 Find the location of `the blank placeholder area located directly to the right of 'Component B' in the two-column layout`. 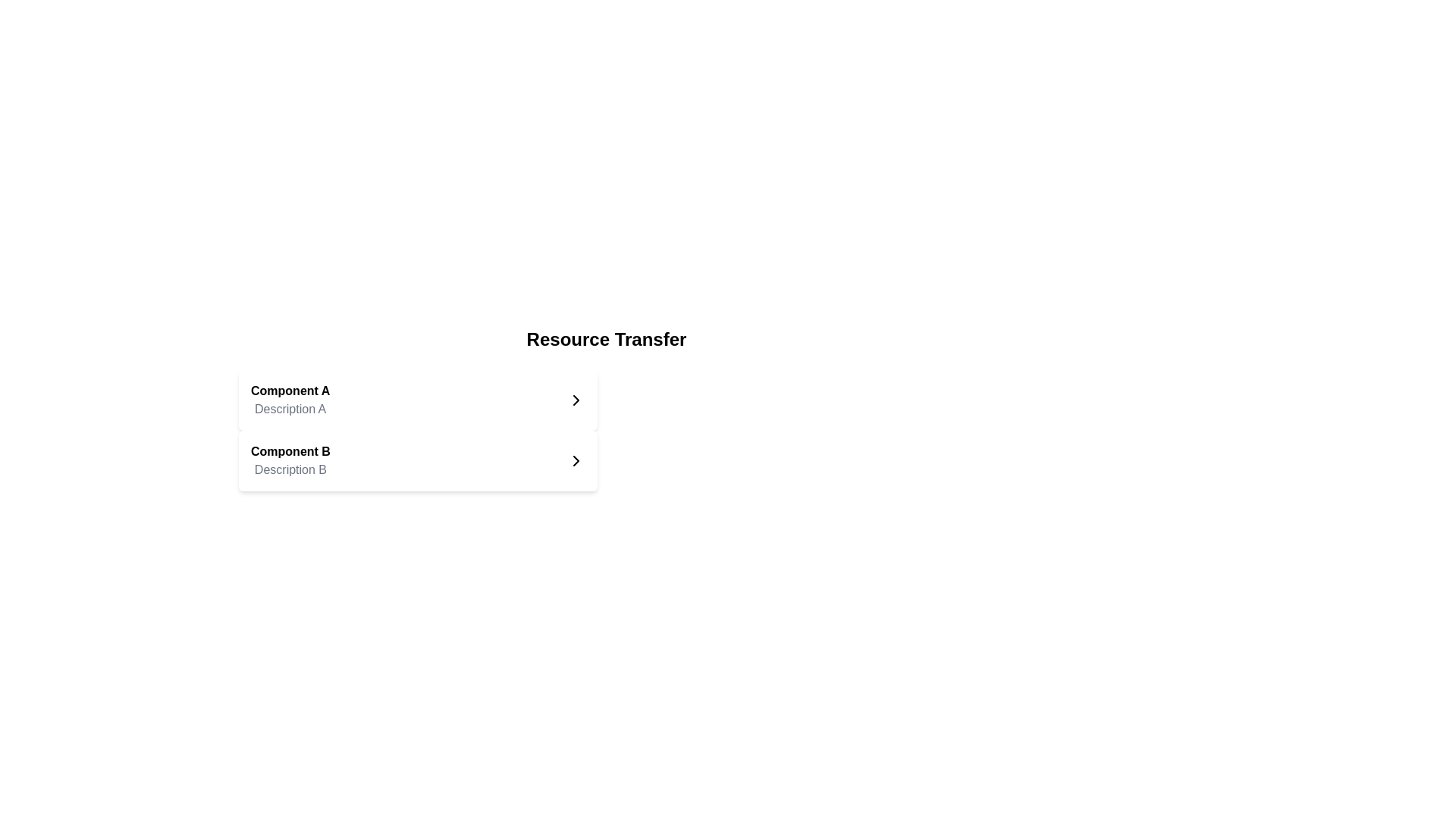

the blank placeholder area located directly to the right of 'Component B' in the two-column layout is located at coordinates (794, 430).